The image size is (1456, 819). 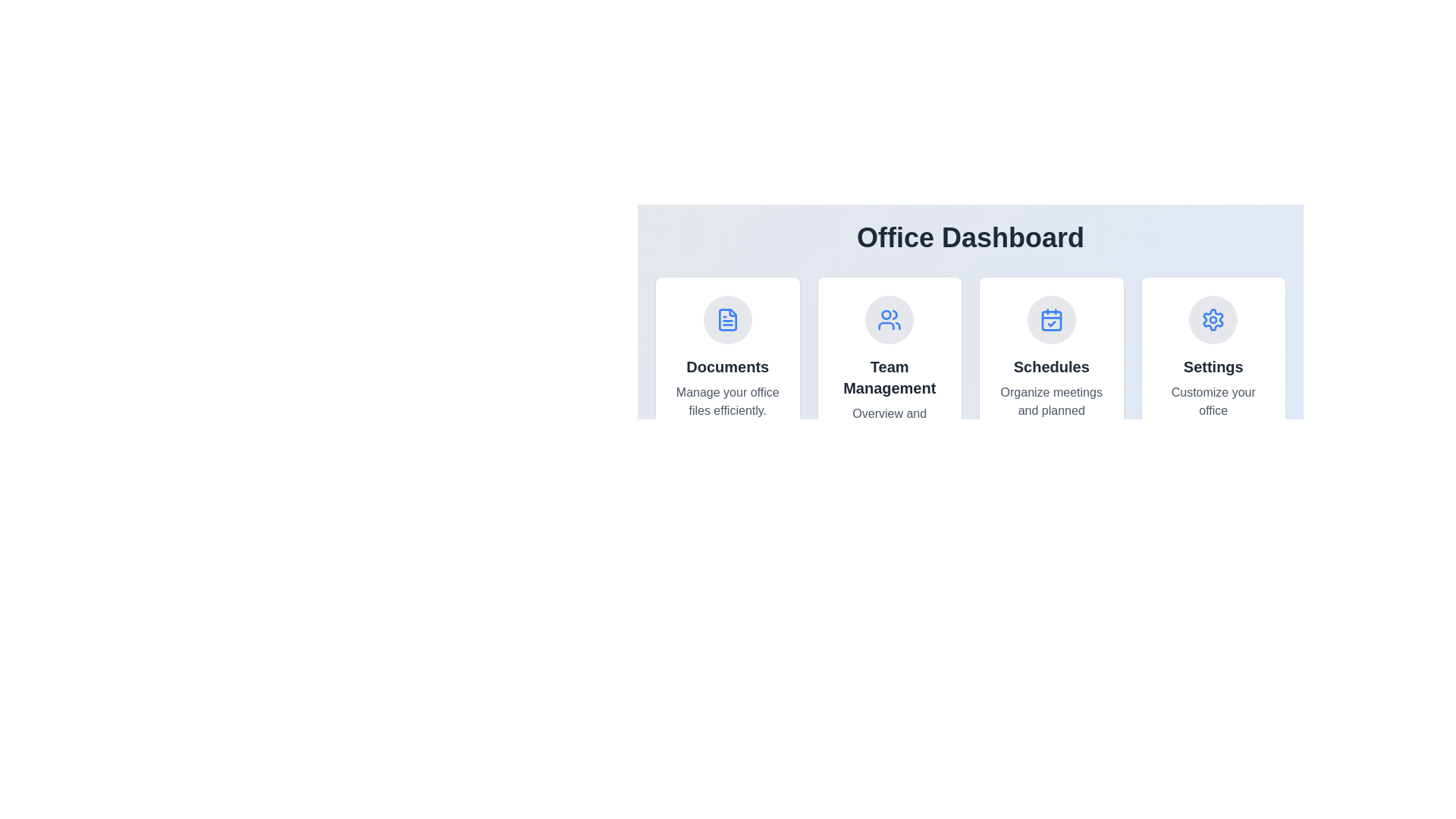 I want to click on the Static textual label that displays the word 'Documents' in bold font, located in the first card under the 'Office Dashboard' heading, so click(x=726, y=366).